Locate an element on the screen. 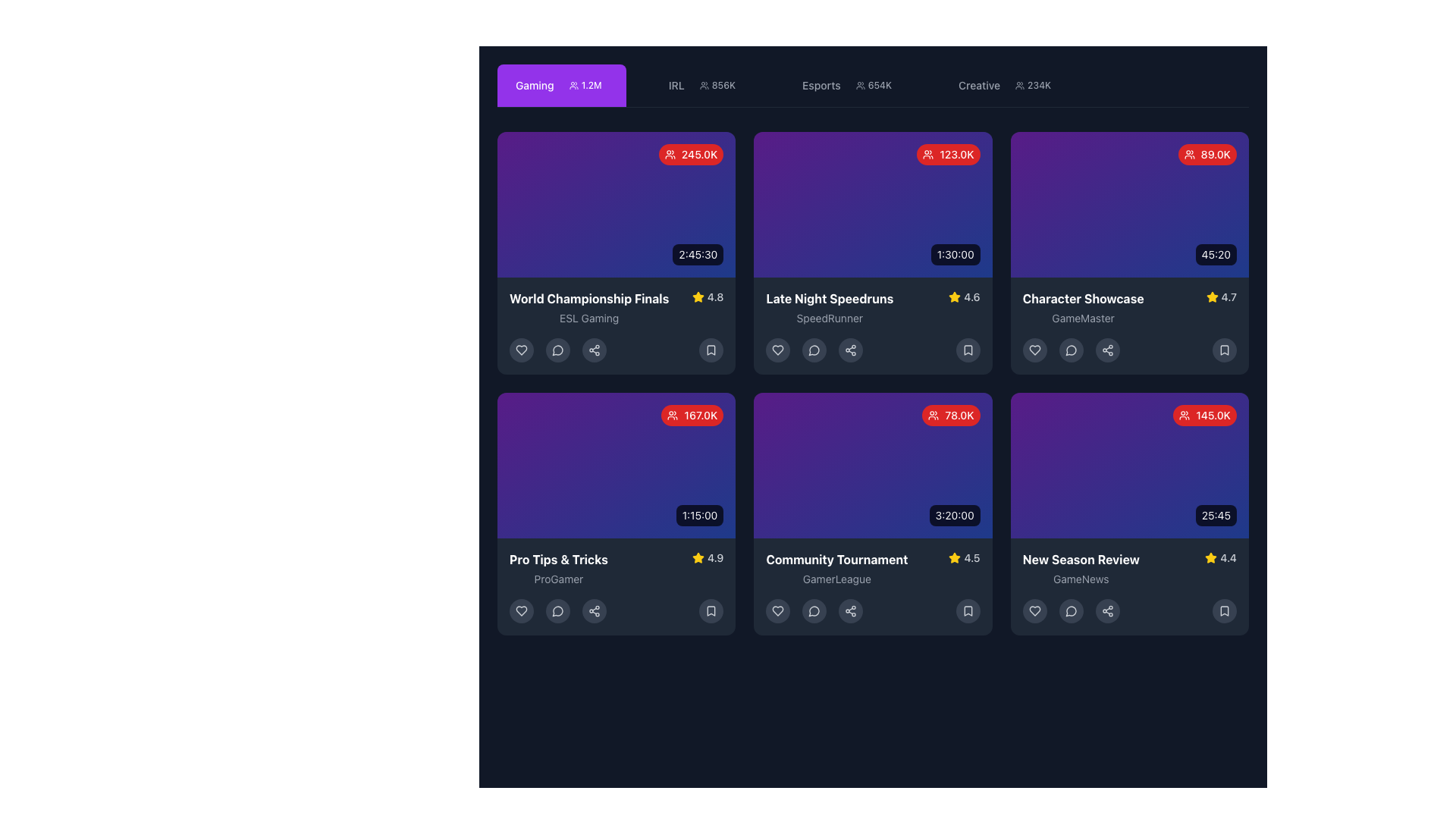 This screenshot has height=819, width=1456. the communication icon located in the fourth card of the grid layout, which is near the bottom and aligned with other interactive elements is located at coordinates (1070, 350).